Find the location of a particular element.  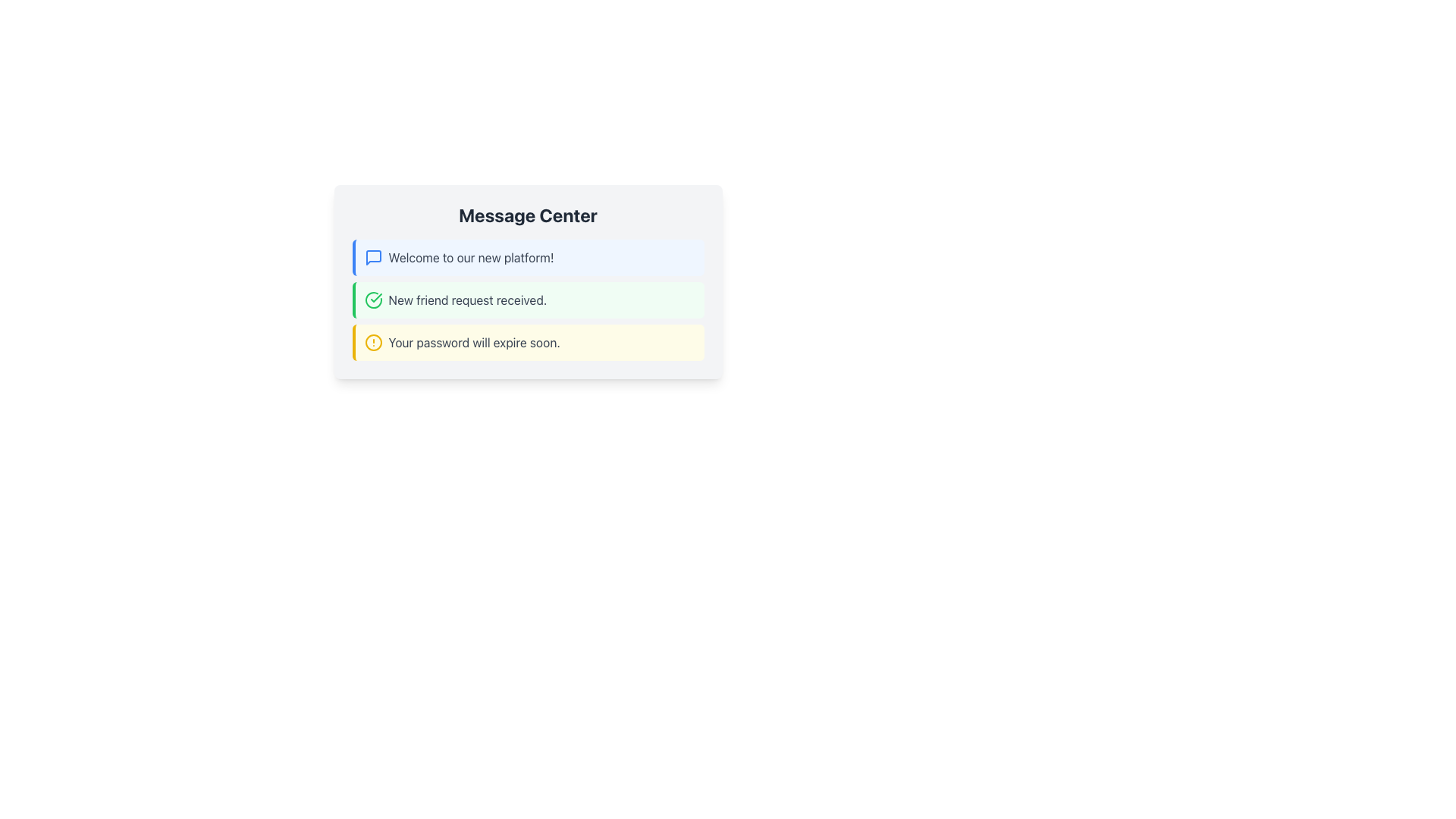

the green circular icon with a checkmark, which indicates confirmation, located to the left of the notification text 'New friend request received.' is located at coordinates (373, 300).